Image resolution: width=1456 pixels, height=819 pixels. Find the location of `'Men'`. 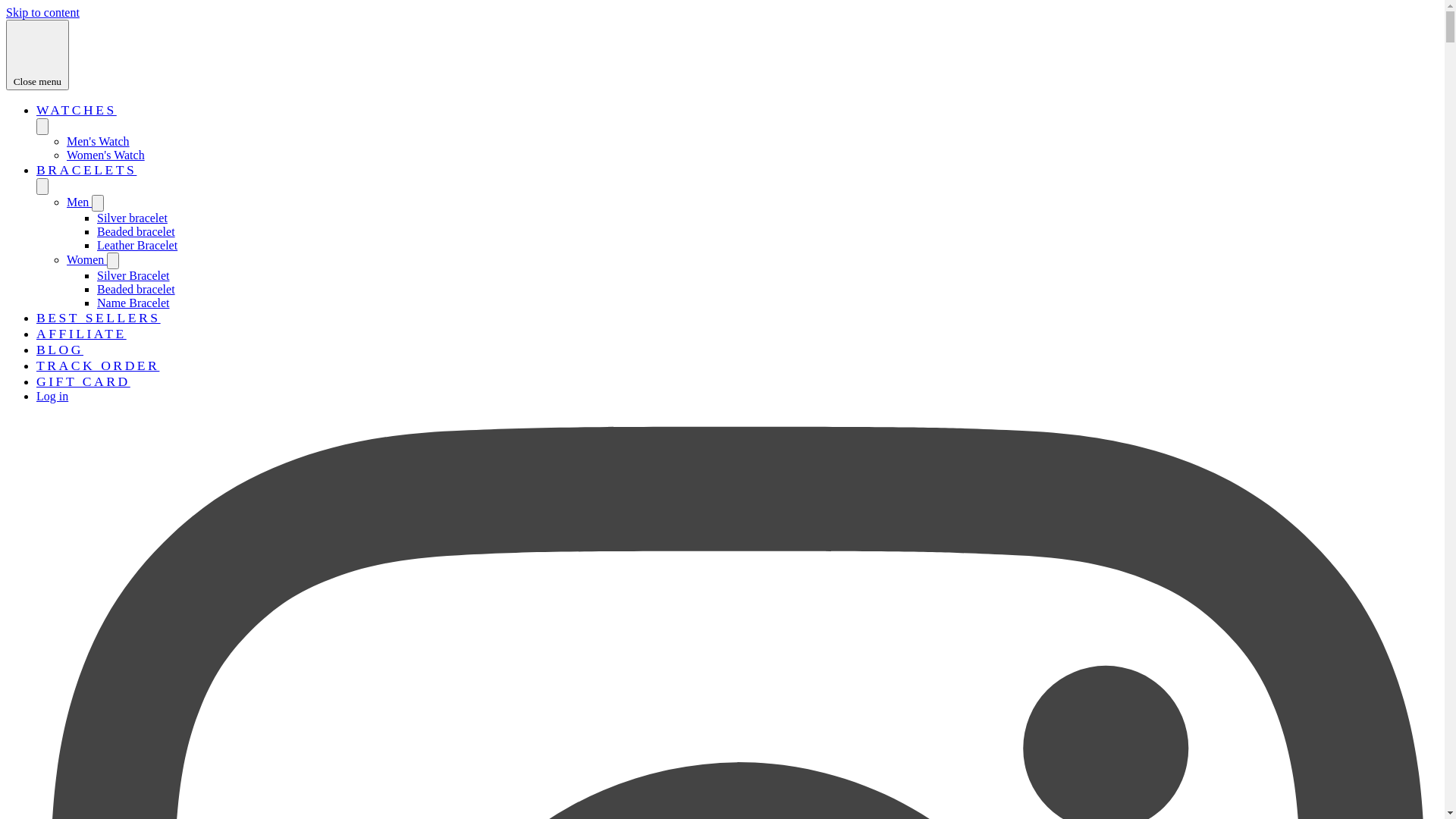

'Men' is located at coordinates (78, 201).